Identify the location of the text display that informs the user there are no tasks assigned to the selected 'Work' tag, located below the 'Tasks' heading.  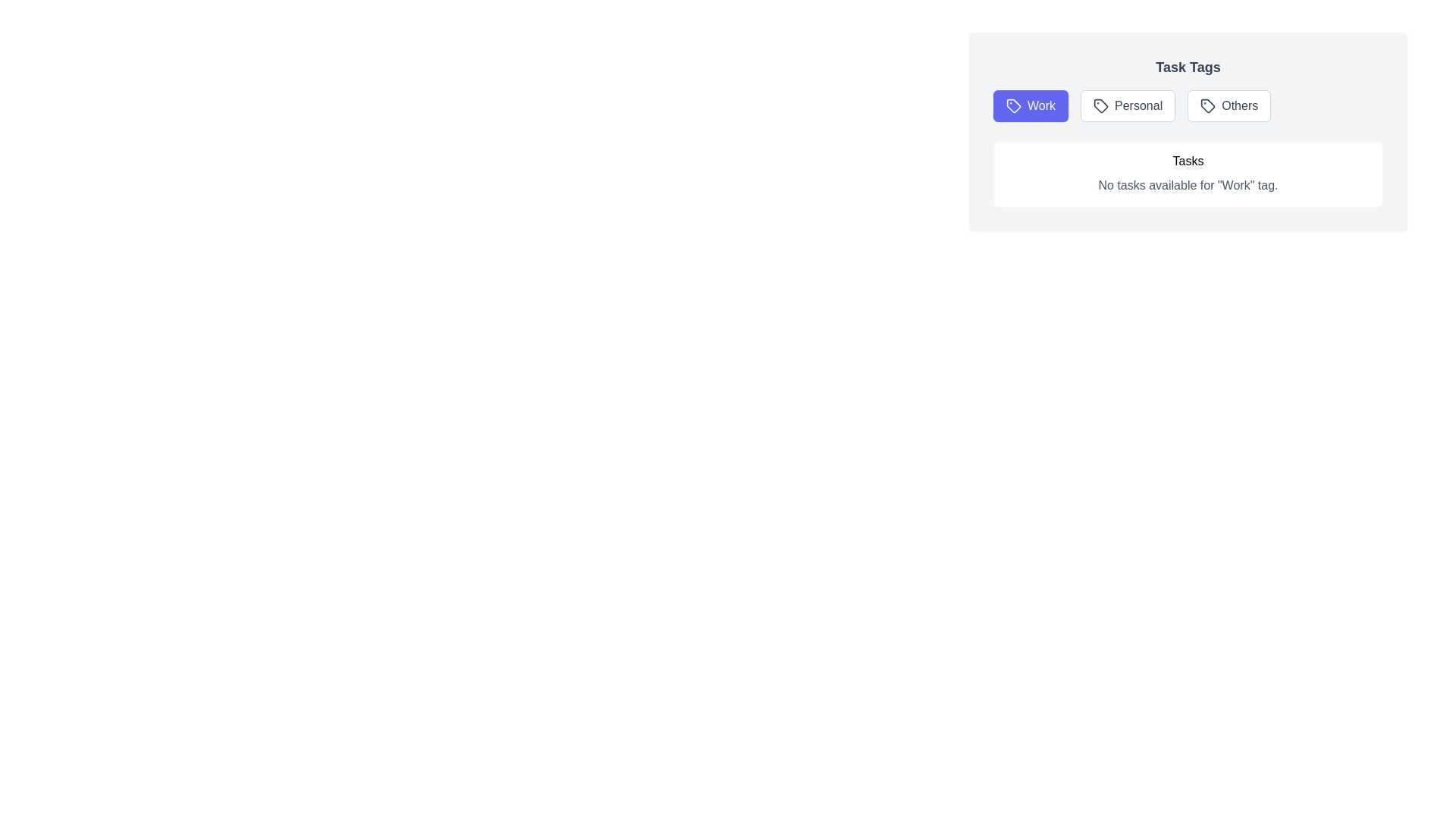
(1187, 185).